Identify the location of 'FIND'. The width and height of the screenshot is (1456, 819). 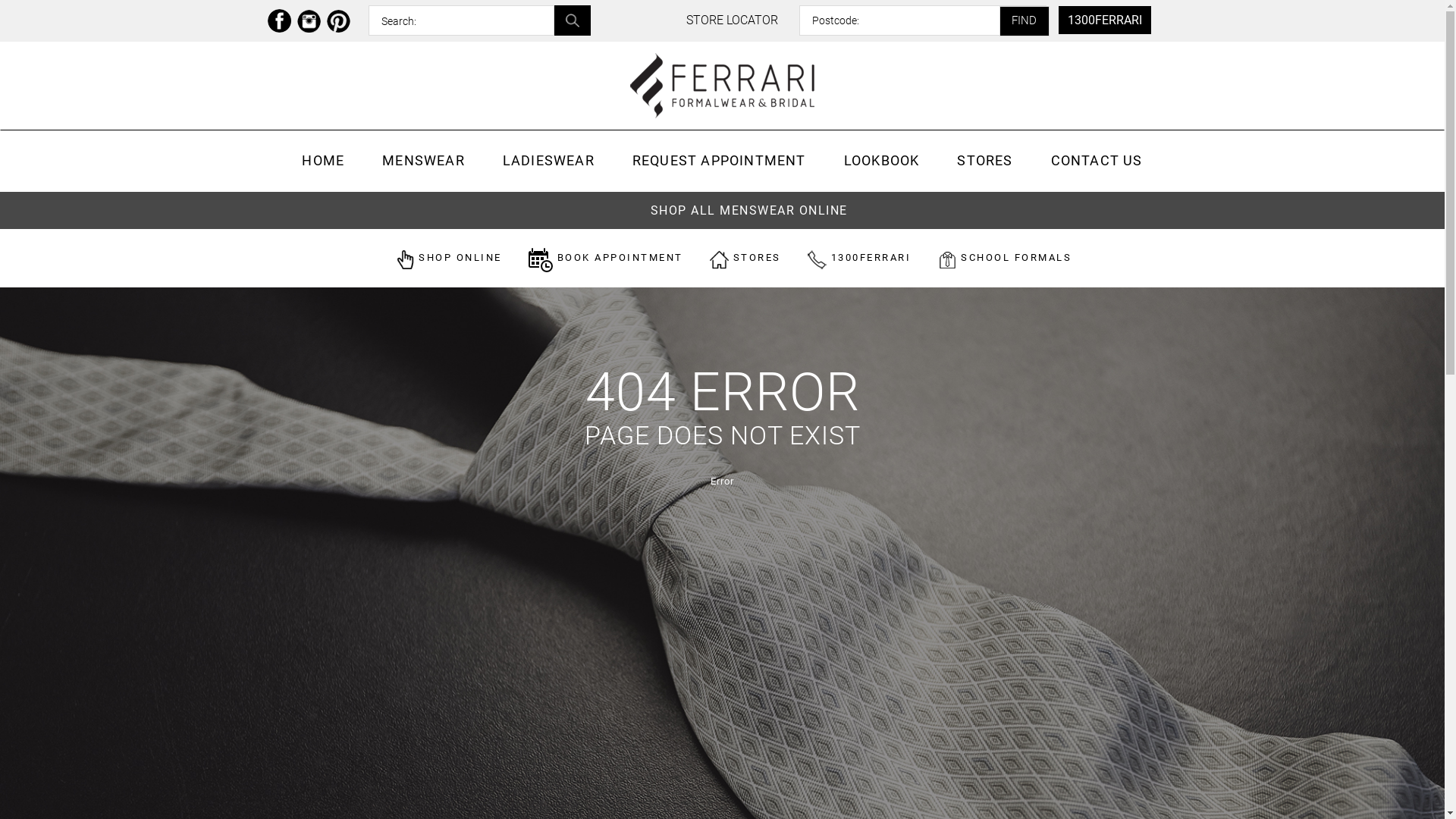
(1024, 20).